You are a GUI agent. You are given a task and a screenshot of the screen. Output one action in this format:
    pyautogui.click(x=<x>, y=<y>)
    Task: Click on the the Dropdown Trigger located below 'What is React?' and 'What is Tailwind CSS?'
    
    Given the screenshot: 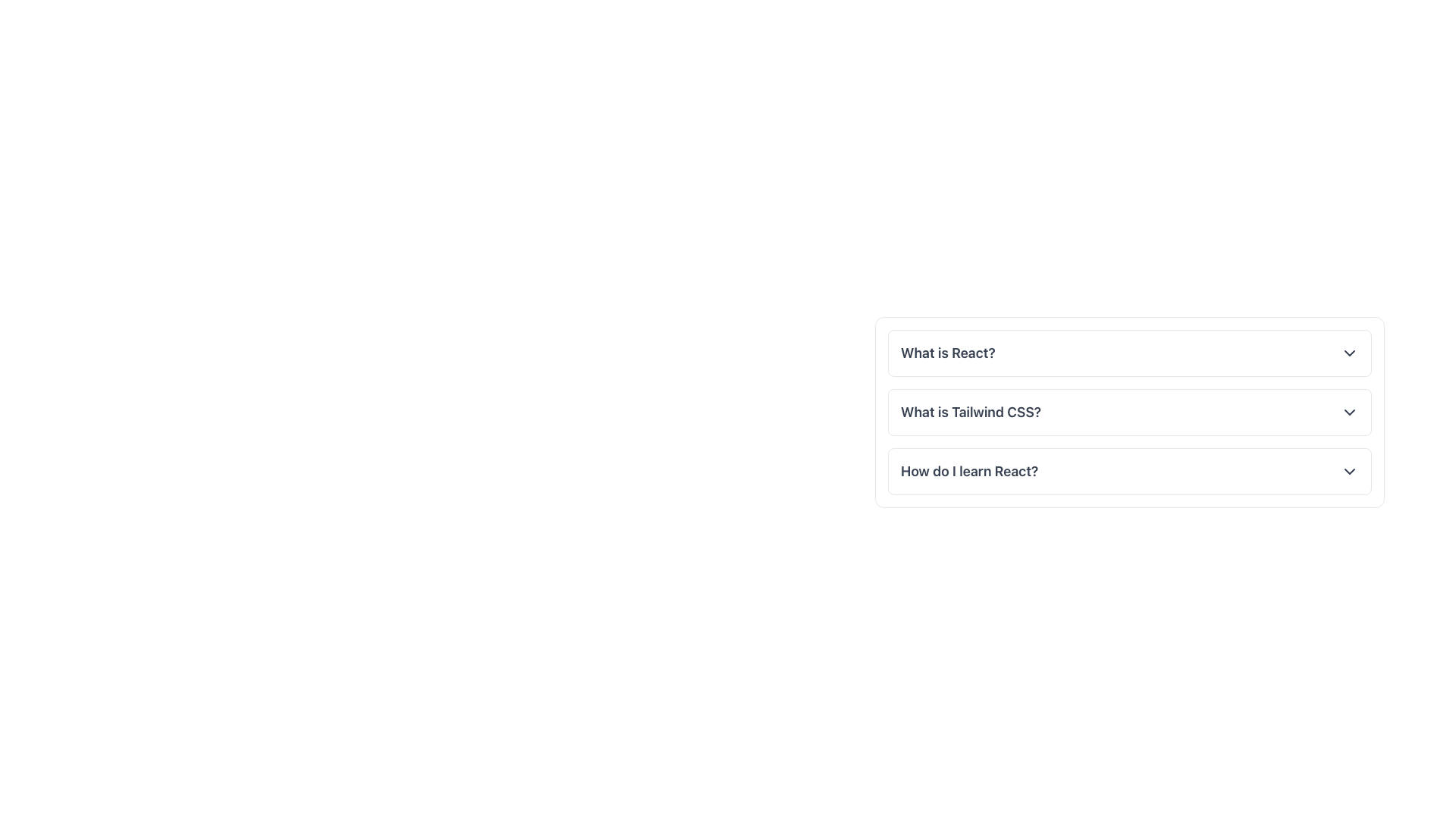 What is the action you would take?
    pyautogui.click(x=1129, y=470)
    